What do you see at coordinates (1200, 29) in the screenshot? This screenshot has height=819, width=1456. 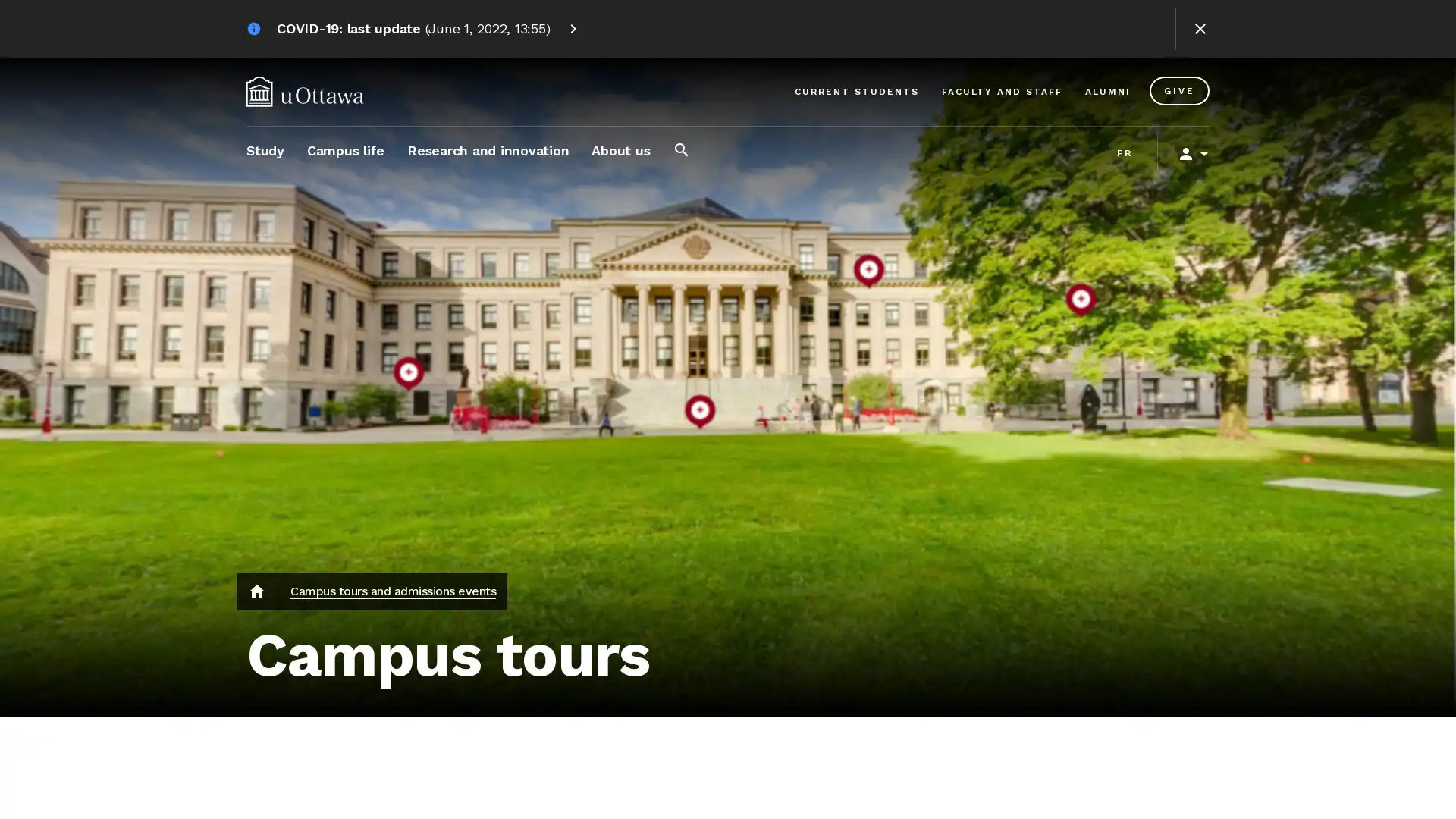 I see `Dismiss alert` at bounding box center [1200, 29].